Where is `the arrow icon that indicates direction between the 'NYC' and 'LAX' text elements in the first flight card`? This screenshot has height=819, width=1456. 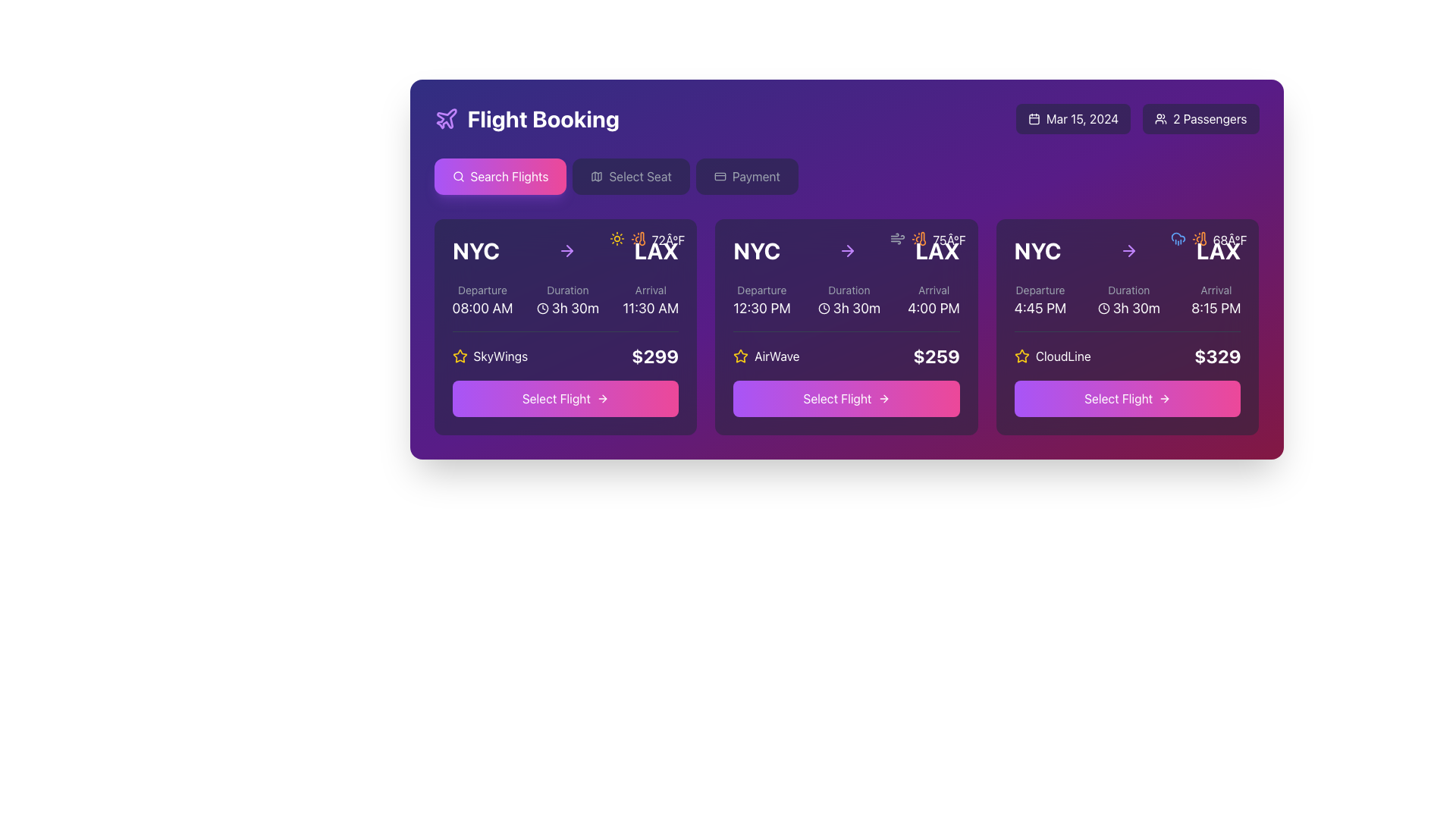 the arrow icon that indicates direction between the 'NYC' and 'LAX' text elements in the first flight card is located at coordinates (566, 250).